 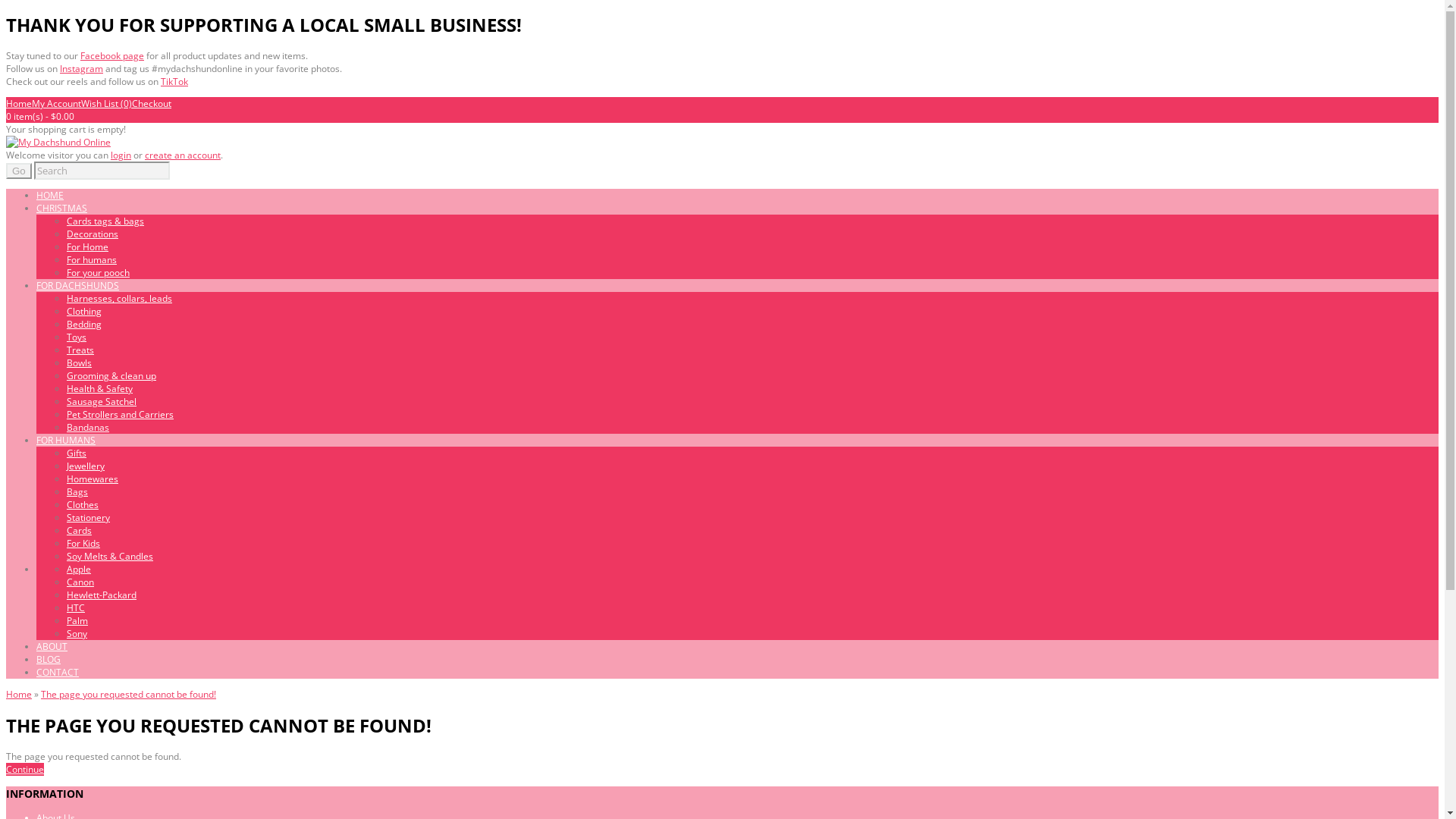 What do you see at coordinates (85, 465) in the screenshot?
I see `'Jewellery'` at bounding box center [85, 465].